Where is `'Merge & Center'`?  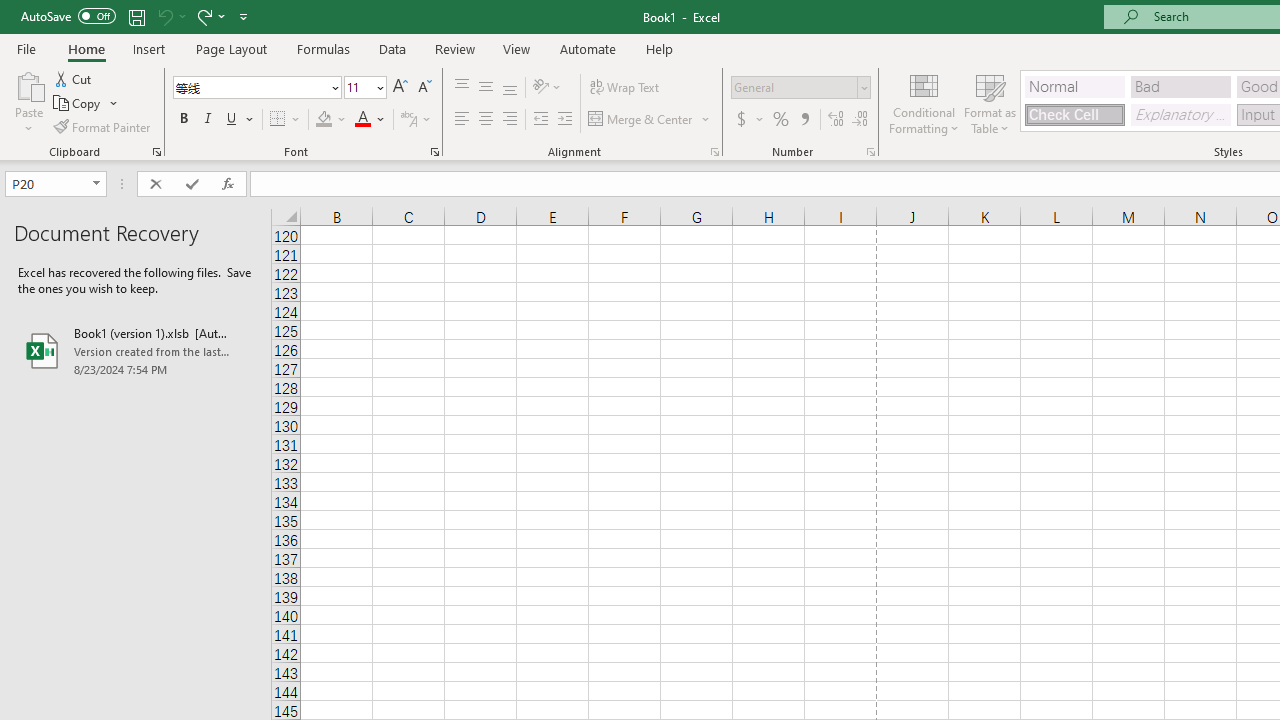
'Merge & Center' is located at coordinates (641, 119).